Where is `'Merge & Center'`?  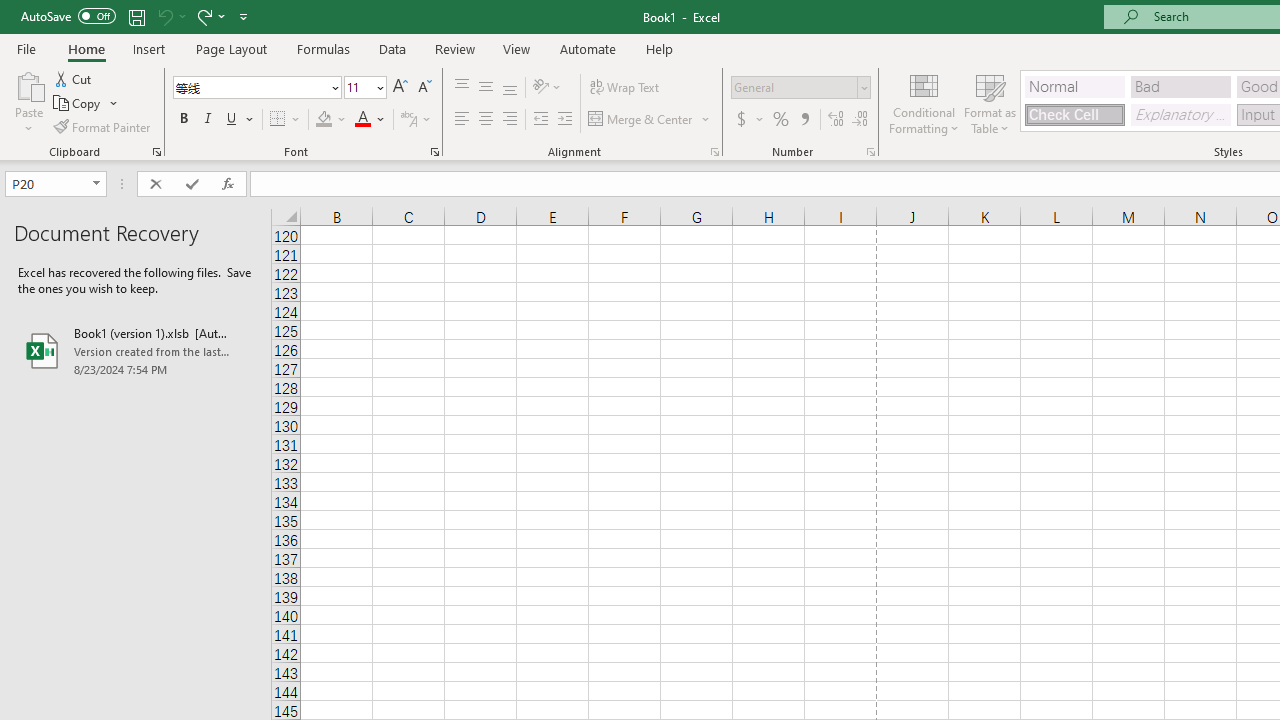
'Merge & Center' is located at coordinates (641, 119).